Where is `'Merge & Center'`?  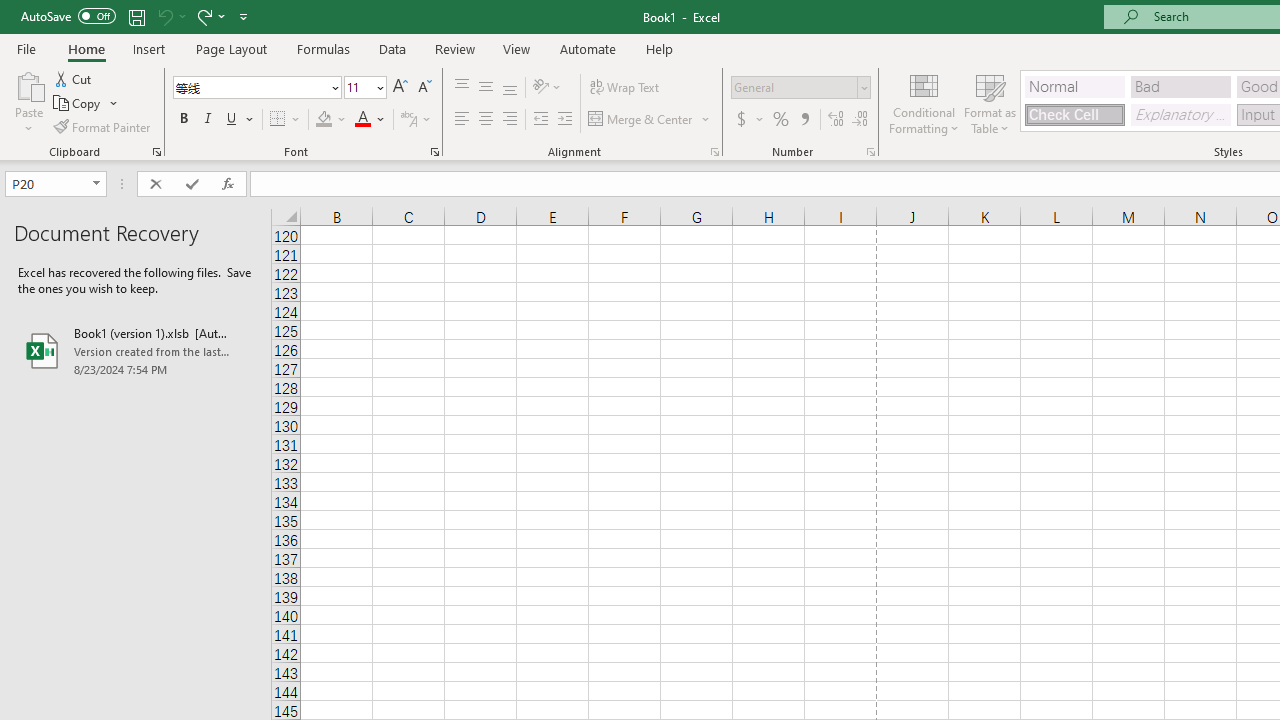
'Merge & Center' is located at coordinates (641, 119).